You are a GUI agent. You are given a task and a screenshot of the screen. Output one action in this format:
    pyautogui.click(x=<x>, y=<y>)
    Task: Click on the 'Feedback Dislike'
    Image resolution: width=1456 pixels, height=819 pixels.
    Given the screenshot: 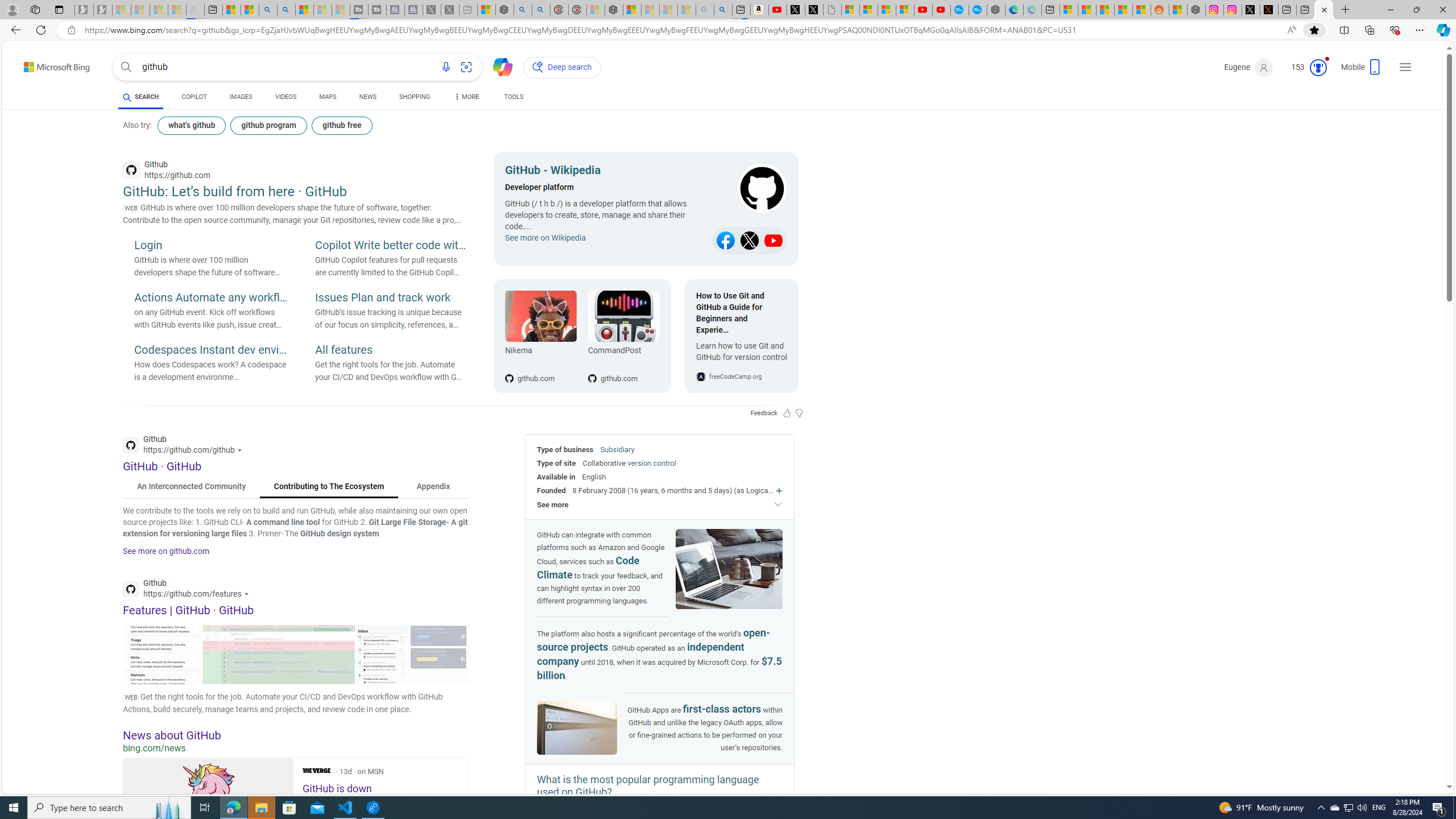 What is the action you would take?
    pyautogui.click(x=799, y=412)
    